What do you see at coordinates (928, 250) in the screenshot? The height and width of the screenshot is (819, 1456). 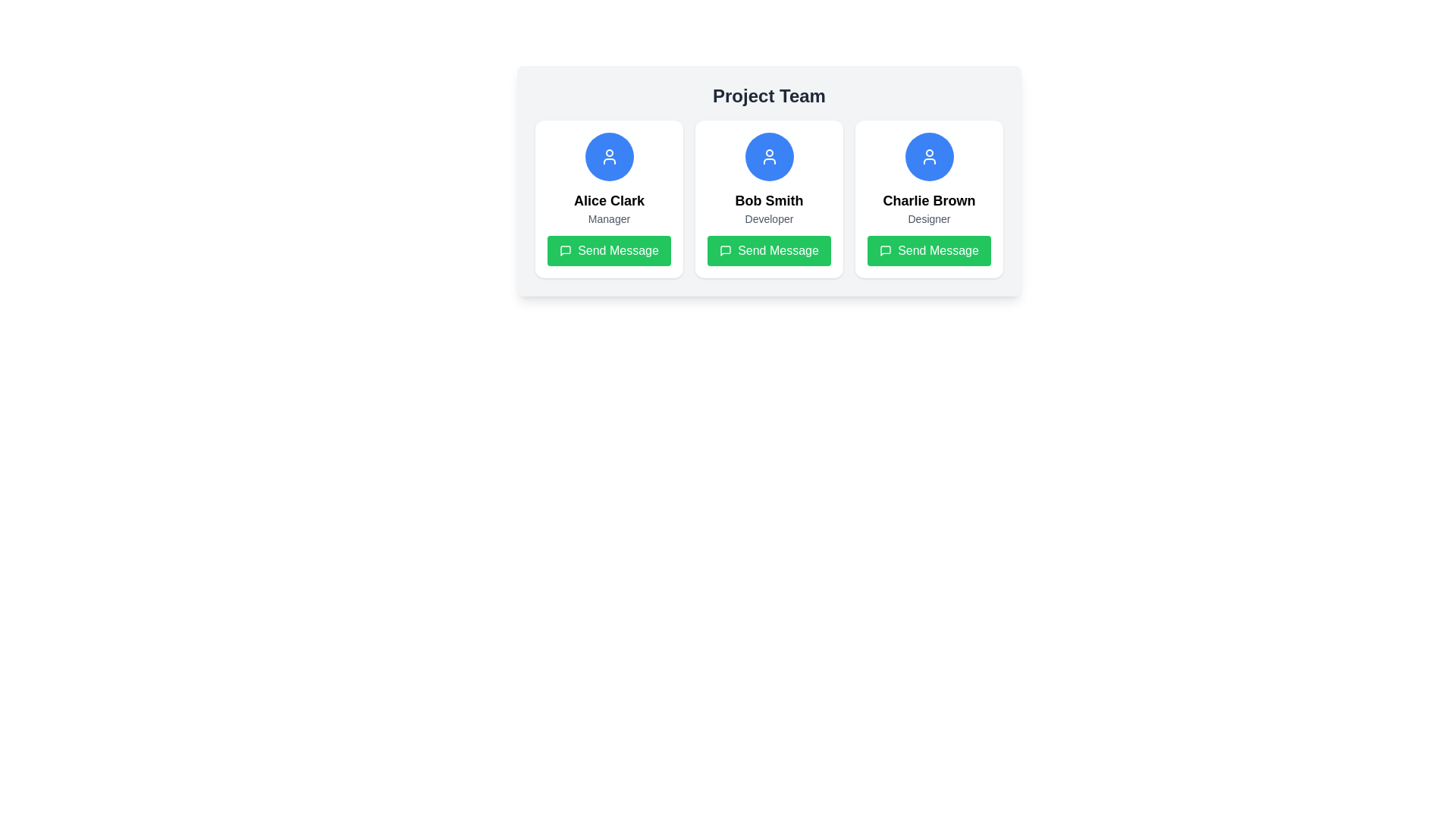 I see `the third 'Send Message' button located at the bottom center of Charlie Brown Designer's profile card` at bounding box center [928, 250].